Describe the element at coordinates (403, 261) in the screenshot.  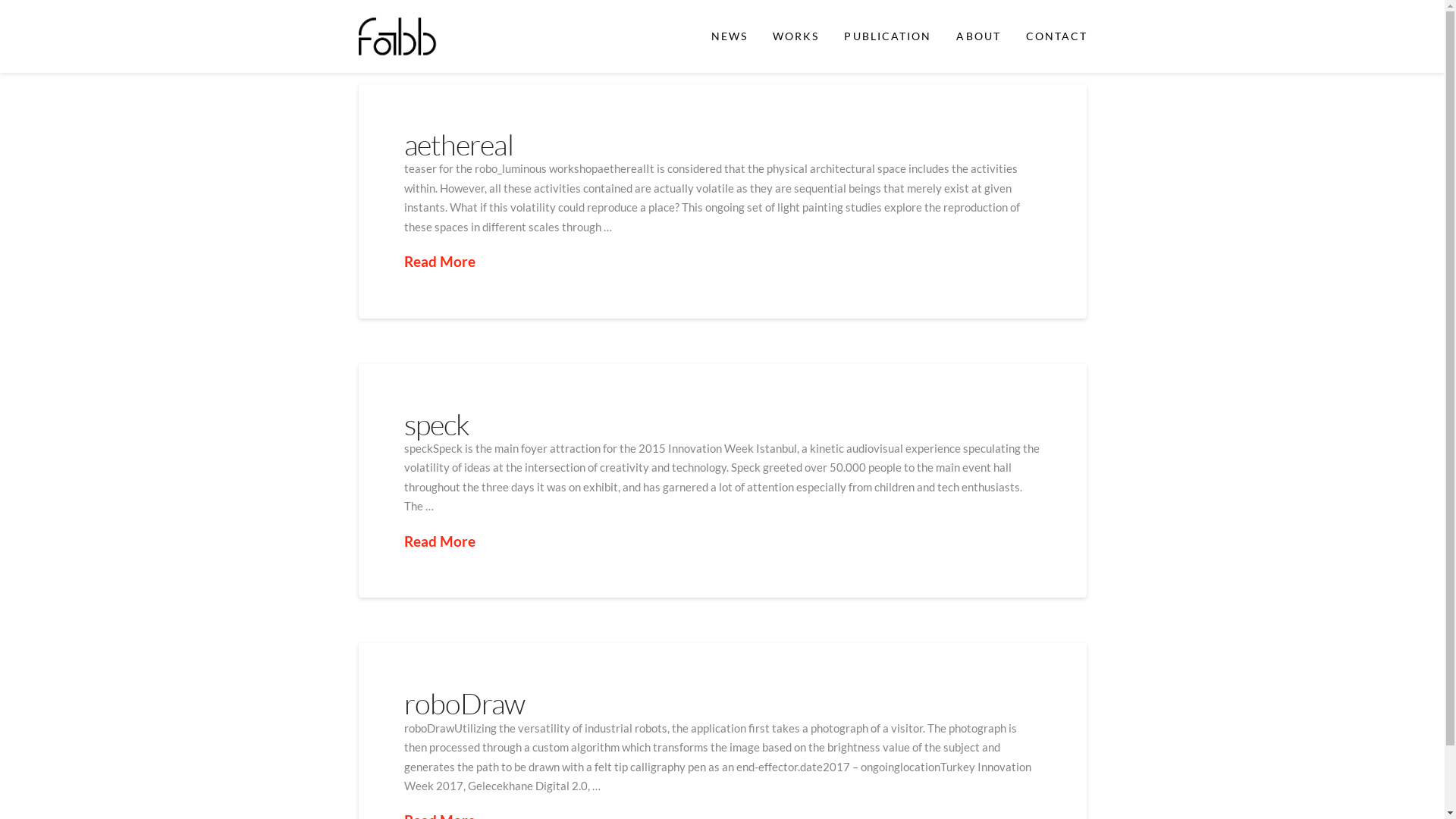
I see `'Read More'` at that location.